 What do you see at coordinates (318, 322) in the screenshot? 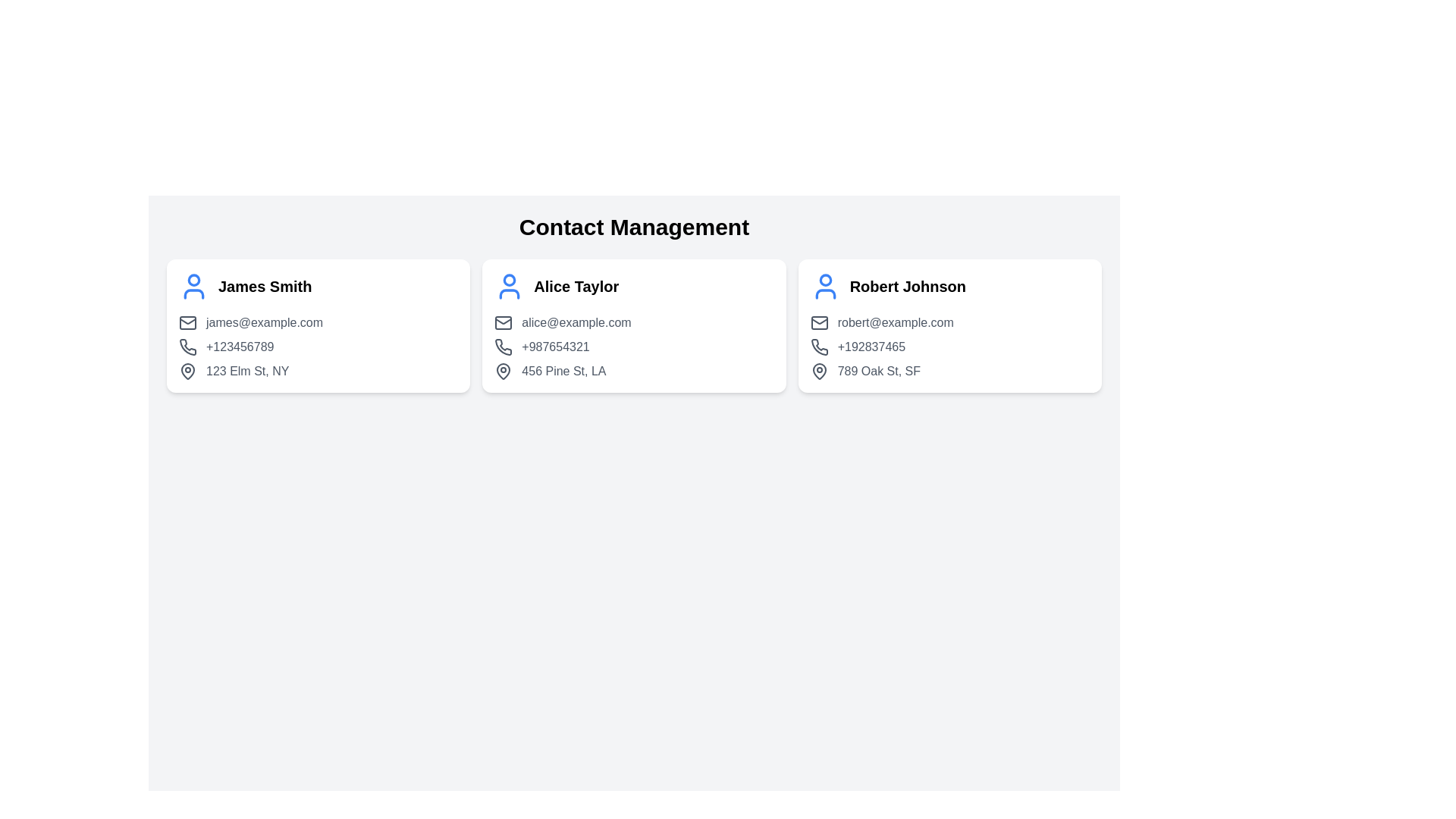
I see `the text block displaying the email address associated with the contact 'James Smith' within his contact card` at bounding box center [318, 322].